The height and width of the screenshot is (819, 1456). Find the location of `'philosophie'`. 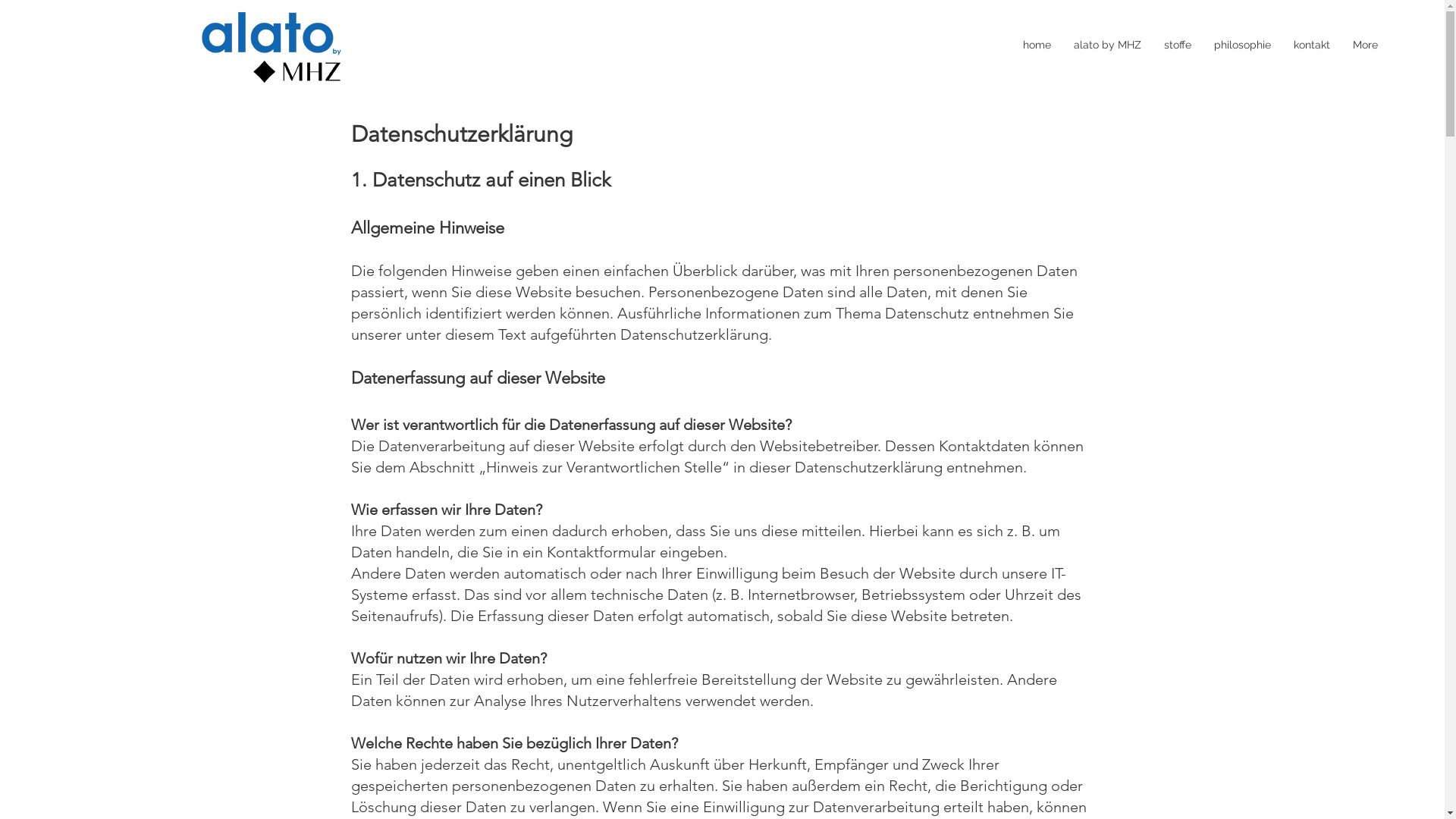

'philosophie' is located at coordinates (1242, 75).